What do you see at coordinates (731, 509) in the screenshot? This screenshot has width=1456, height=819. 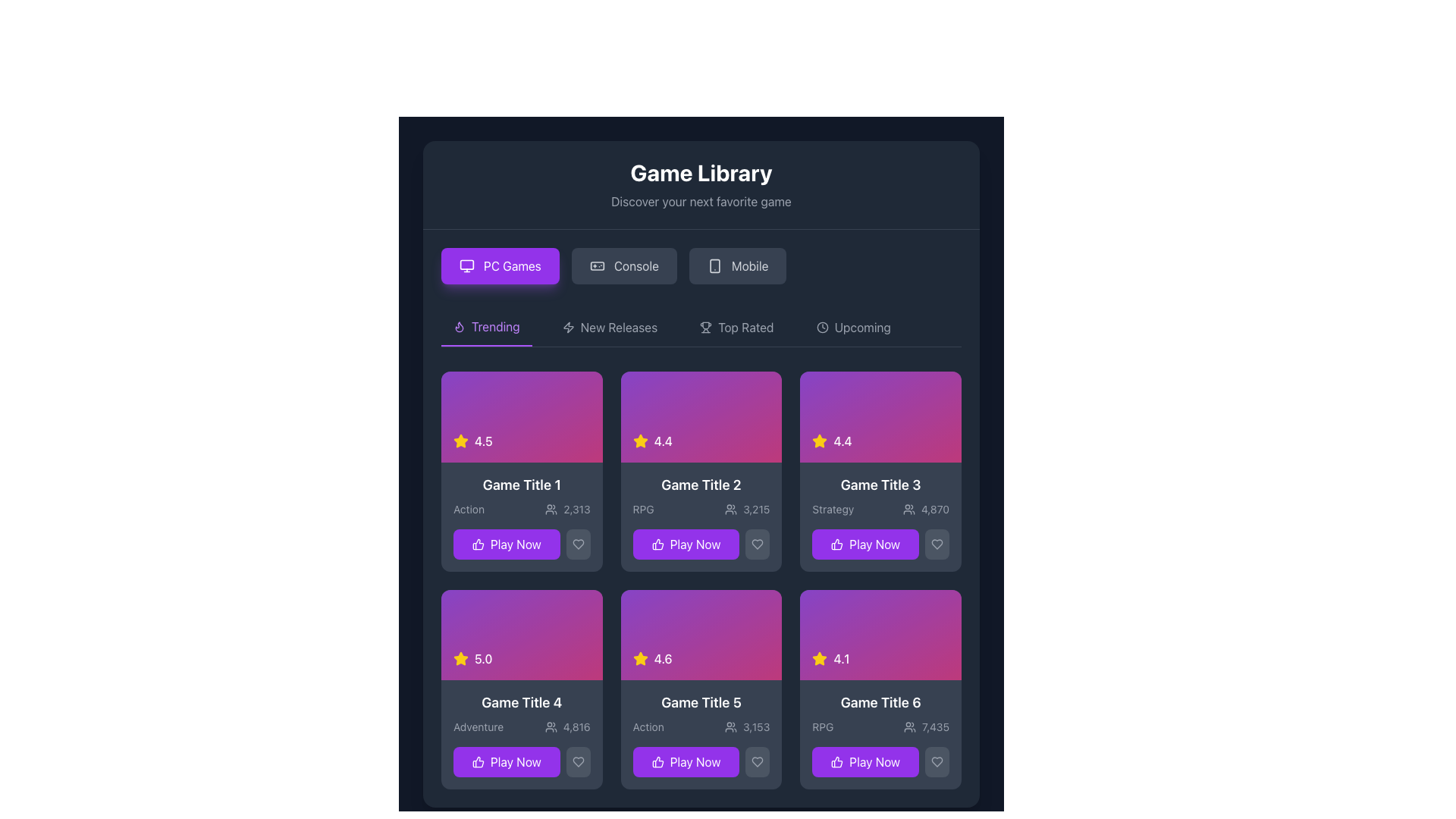 I see `the small gray user icon located to the left of the numerical label '3,215' in the second card of the top row in the game listing section below 'Game Title 2'` at bounding box center [731, 509].